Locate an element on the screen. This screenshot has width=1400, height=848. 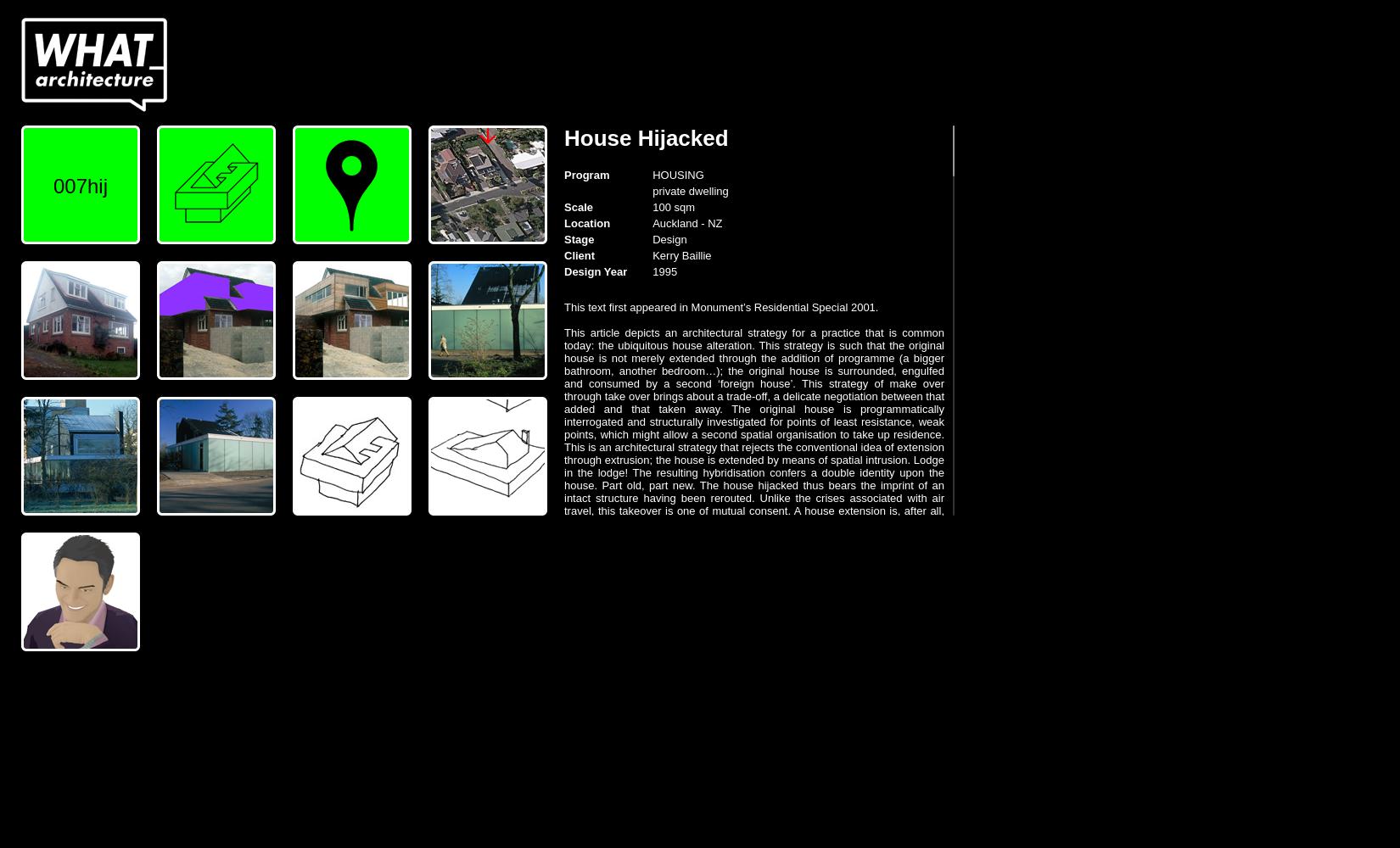
'Design Year' is located at coordinates (595, 271).